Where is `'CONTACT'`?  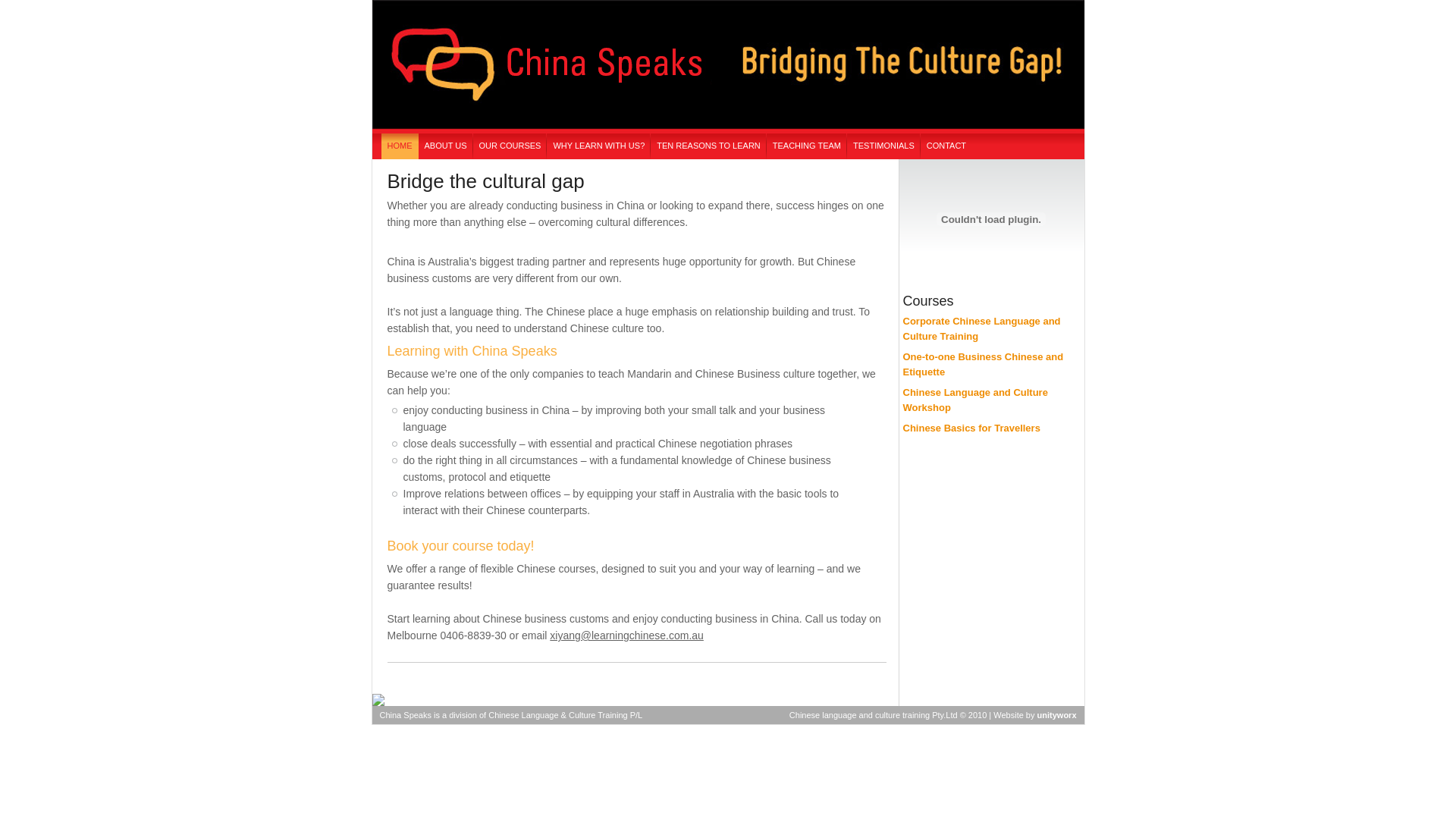 'CONTACT' is located at coordinates (946, 146).